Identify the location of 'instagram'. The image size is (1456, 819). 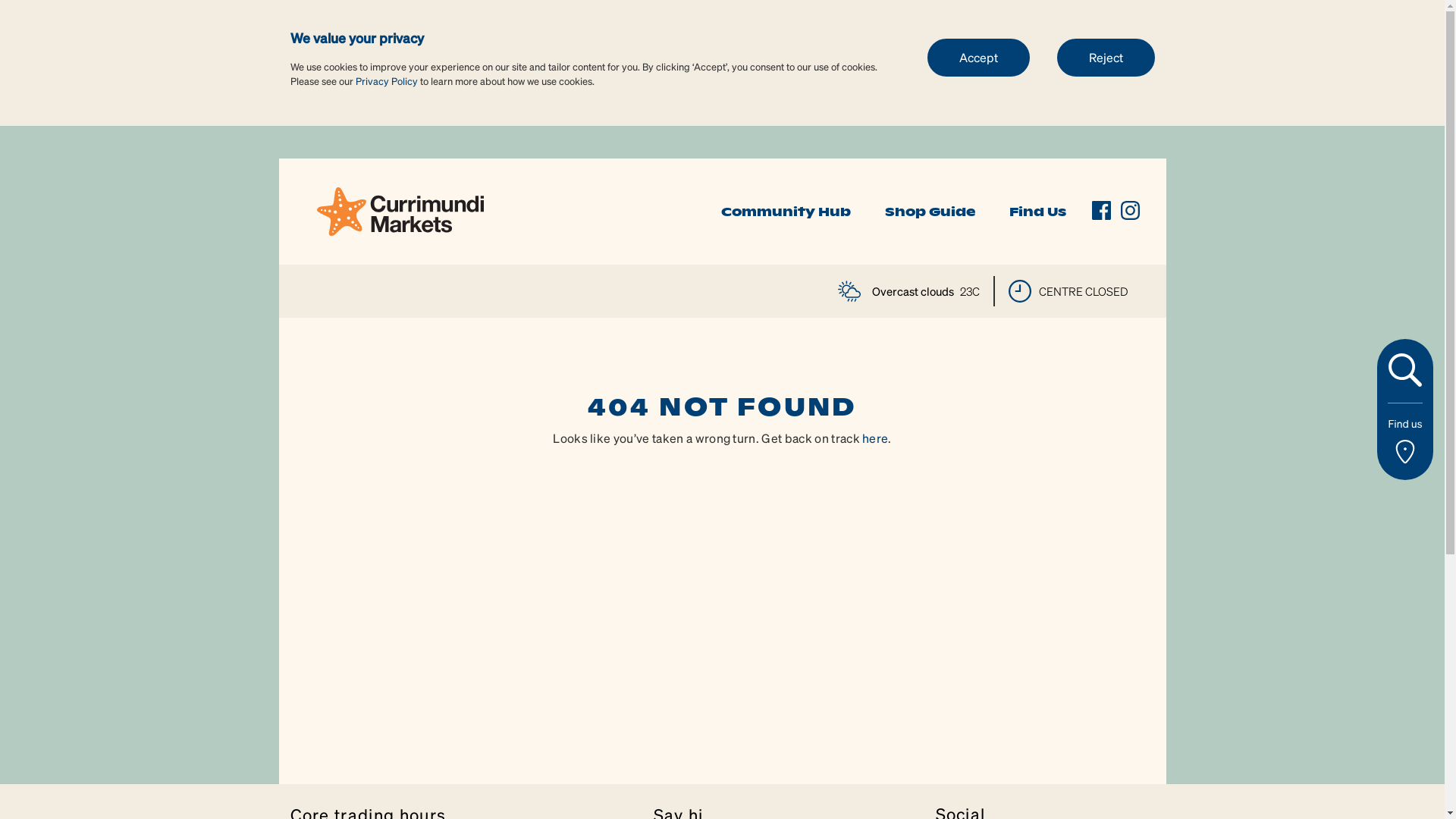
(1121, 210).